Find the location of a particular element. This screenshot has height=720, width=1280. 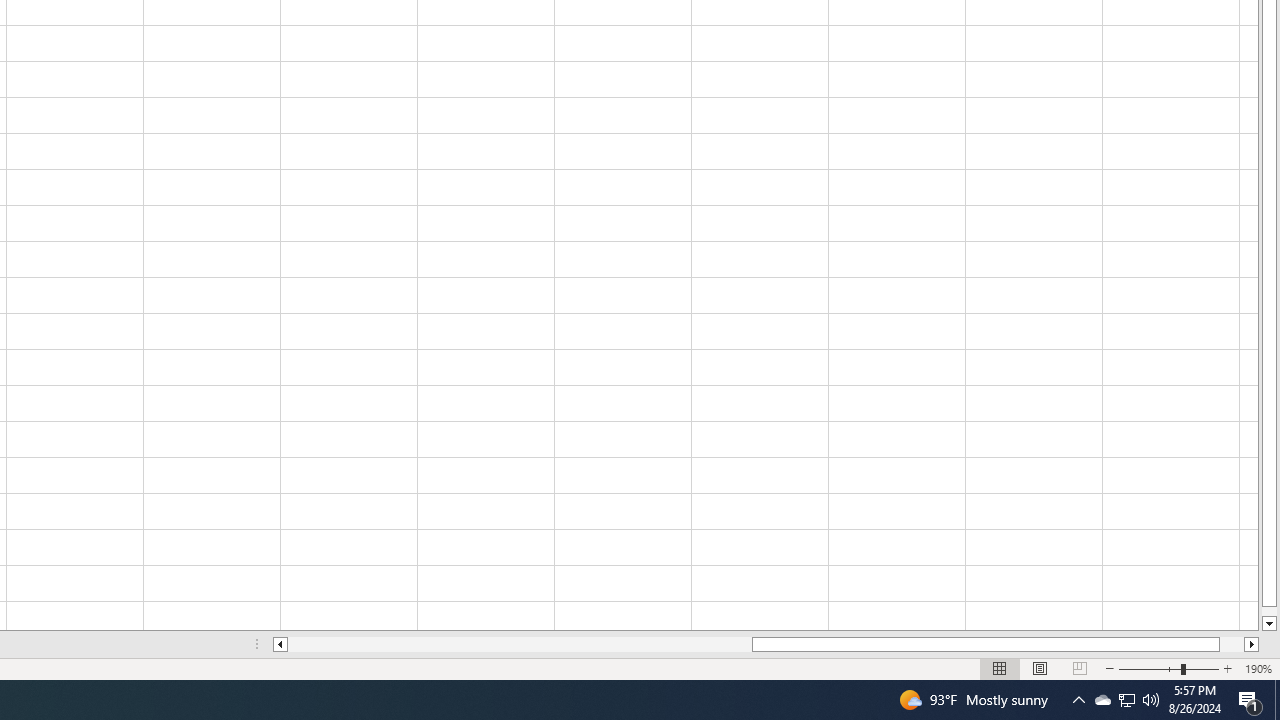

'Normal' is located at coordinates (1000, 669).